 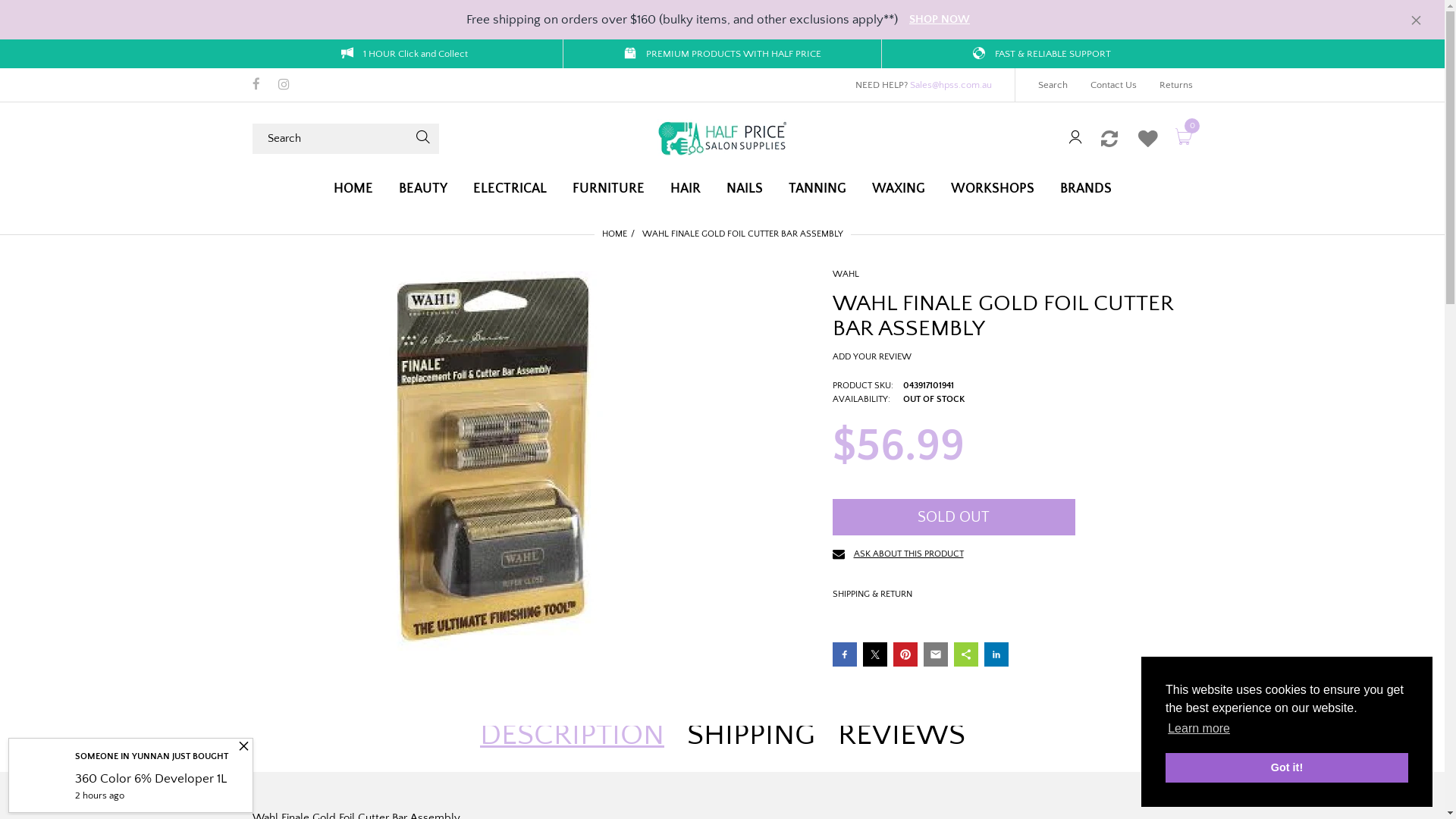 What do you see at coordinates (607, 188) in the screenshot?
I see `'FURNITURE'` at bounding box center [607, 188].